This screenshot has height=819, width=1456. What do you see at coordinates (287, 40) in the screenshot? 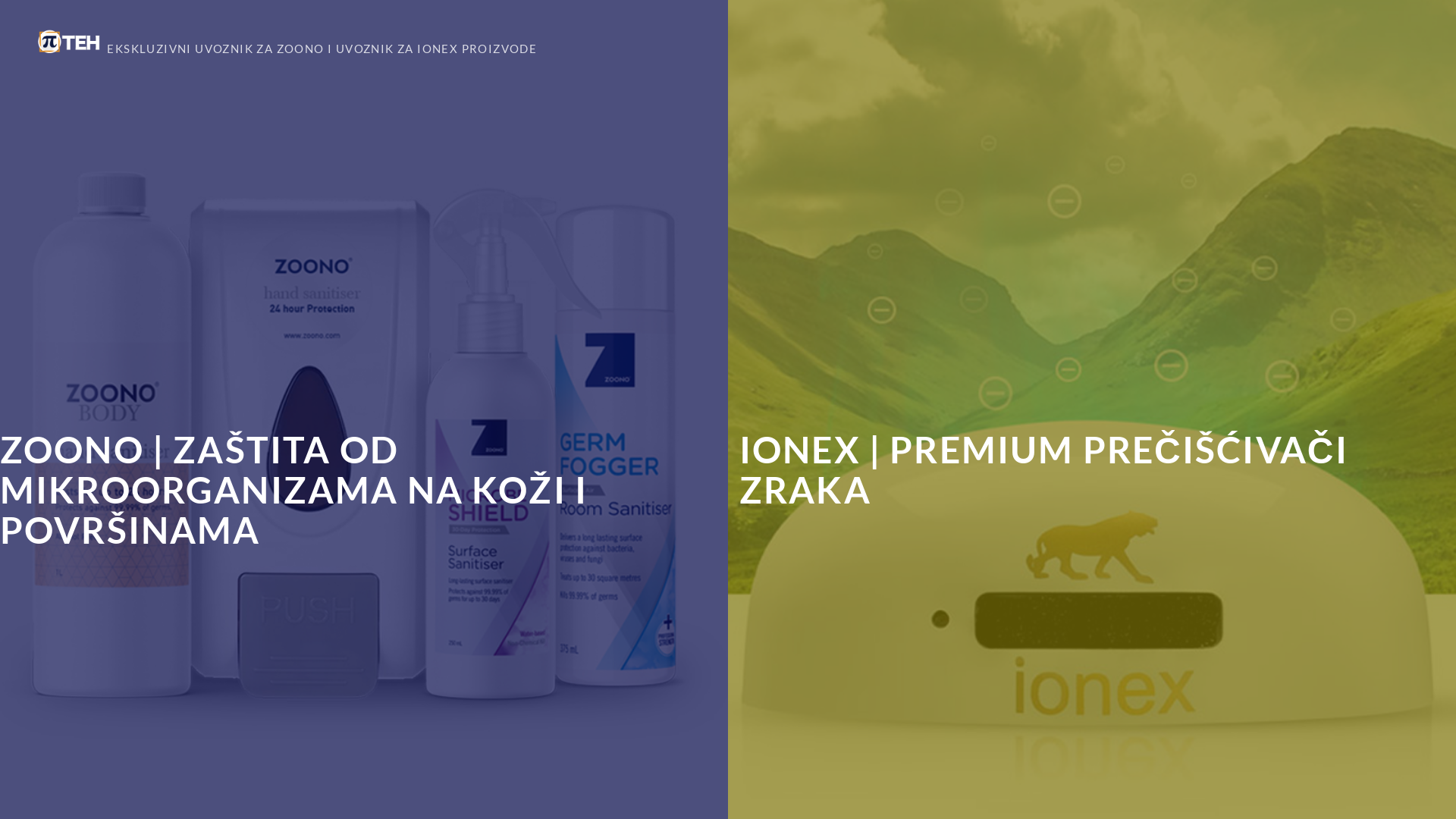
I see `'EKSKLUZIVNI UVOZNIK ZA ZOONO I UVOZNIK ZA IONEX PROIZVODE'` at bounding box center [287, 40].